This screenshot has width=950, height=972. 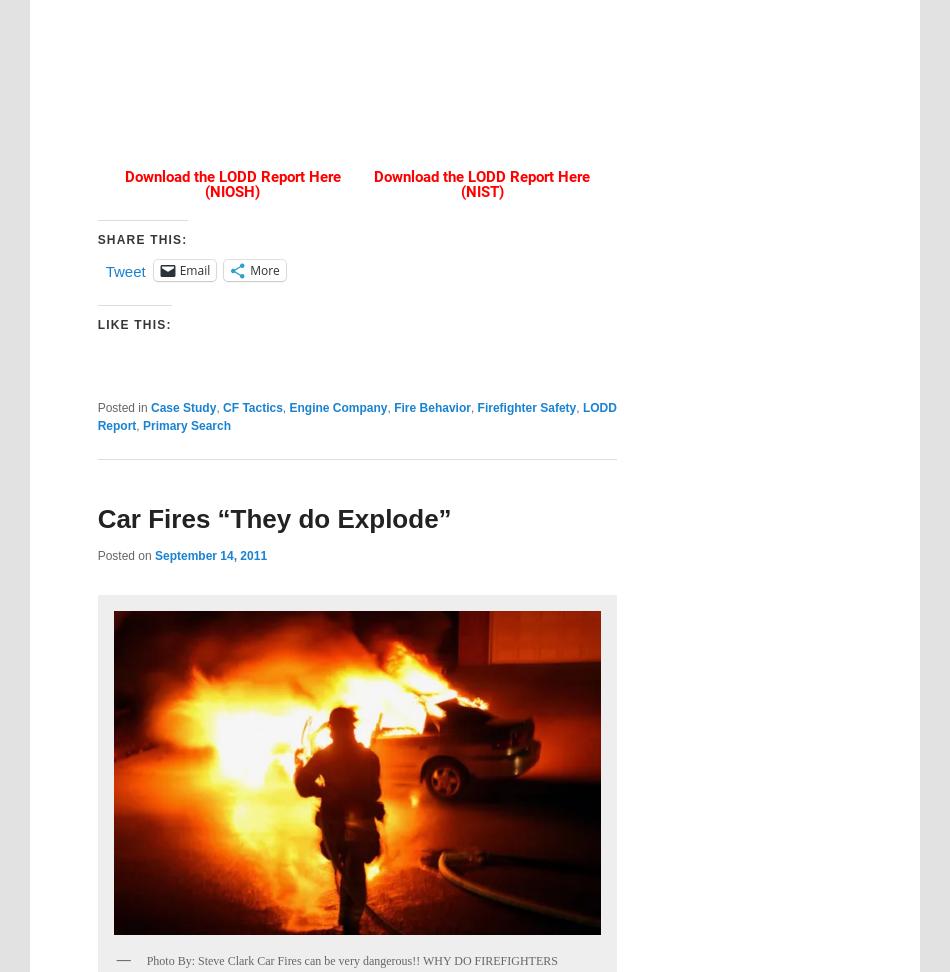 I want to click on 'Download the LODD Report Here (NIST)', so click(x=482, y=183).